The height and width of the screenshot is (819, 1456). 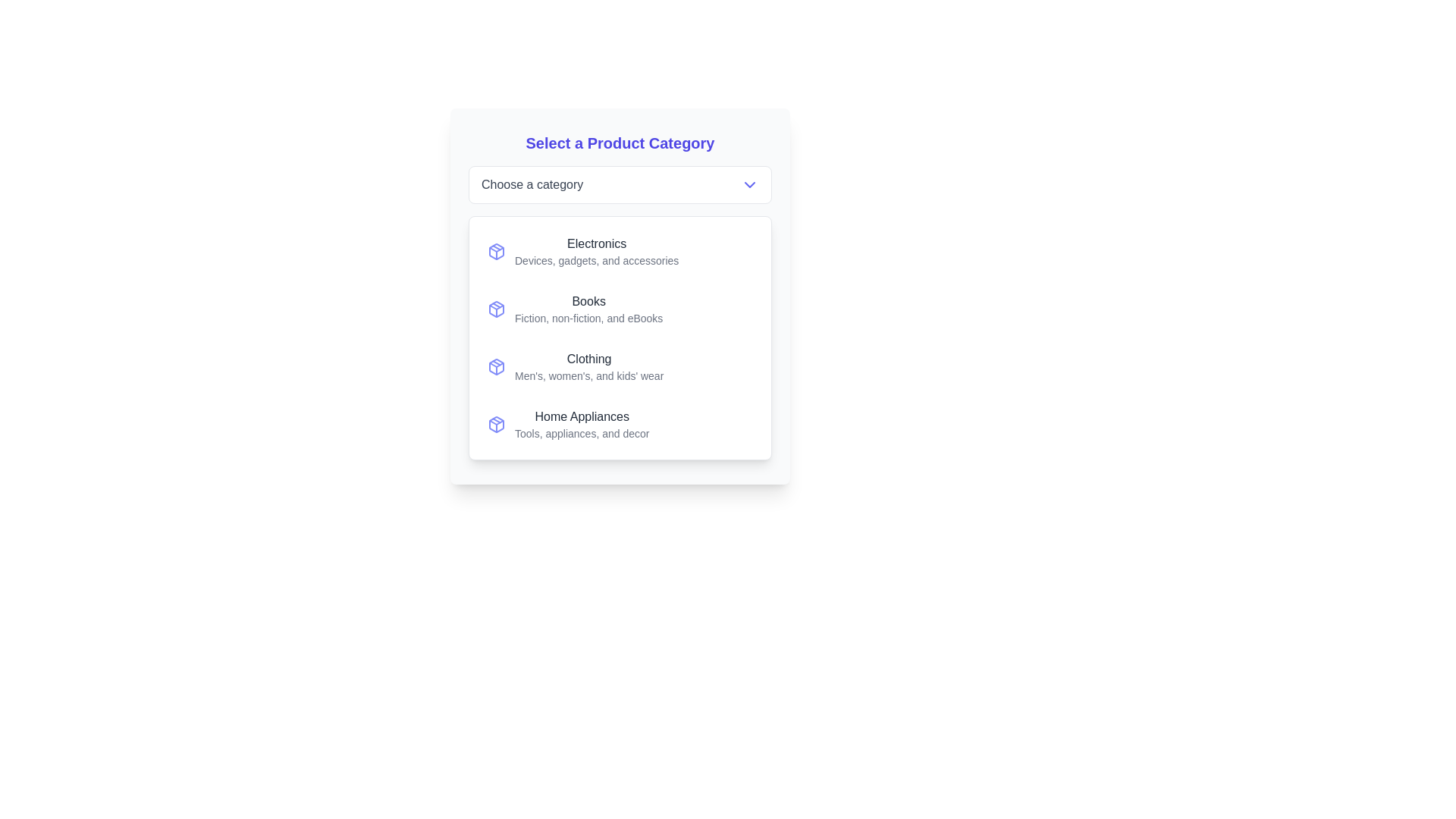 What do you see at coordinates (620, 296) in the screenshot?
I see `the selectable list item labeled 'Books'` at bounding box center [620, 296].